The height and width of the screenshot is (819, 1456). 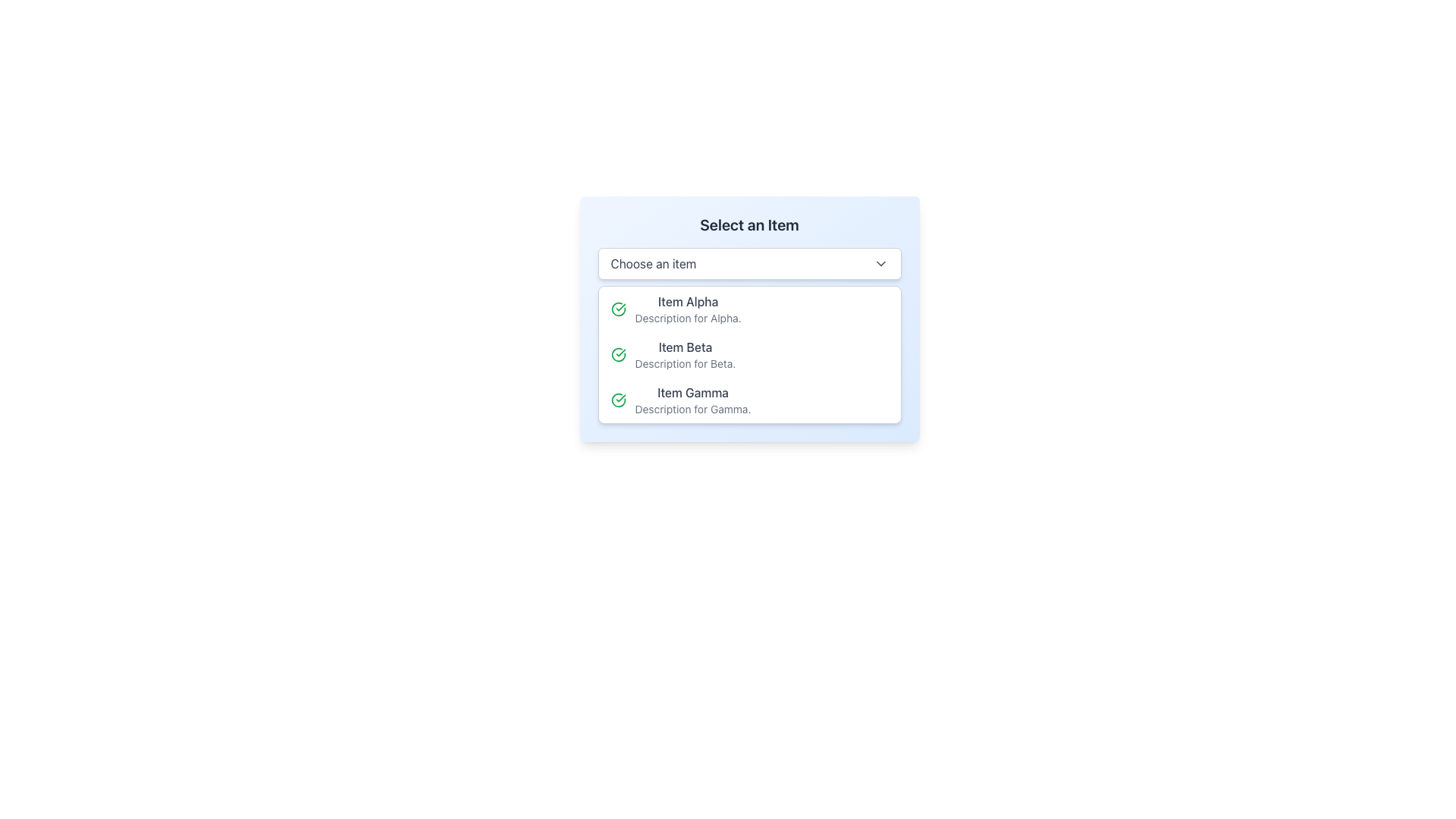 I want to click on the third selectable option in the dropdown menu for 'Item Gamma', so click(x=749, y=400).